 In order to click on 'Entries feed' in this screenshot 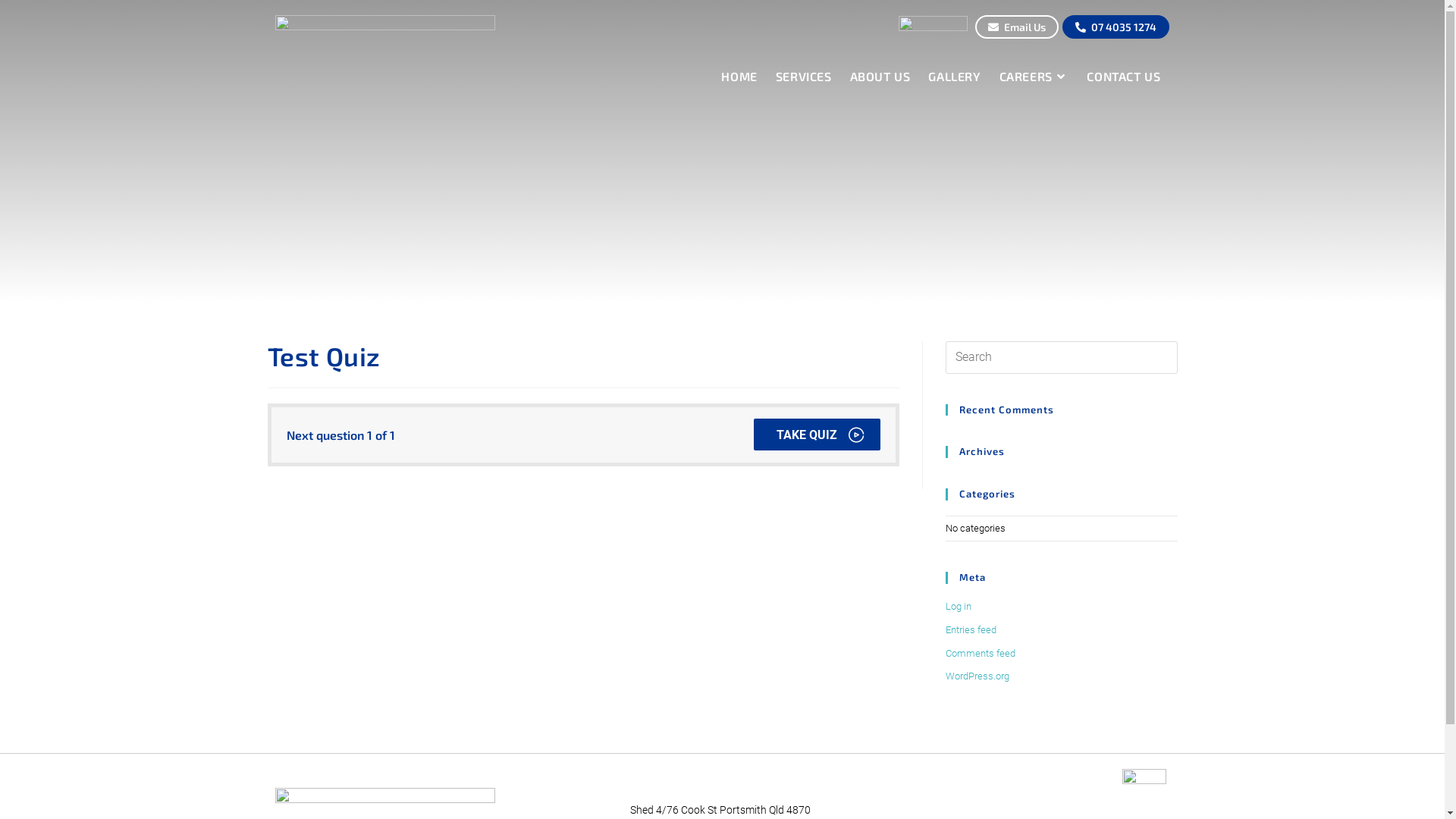, I will do `click(969, 629)`.